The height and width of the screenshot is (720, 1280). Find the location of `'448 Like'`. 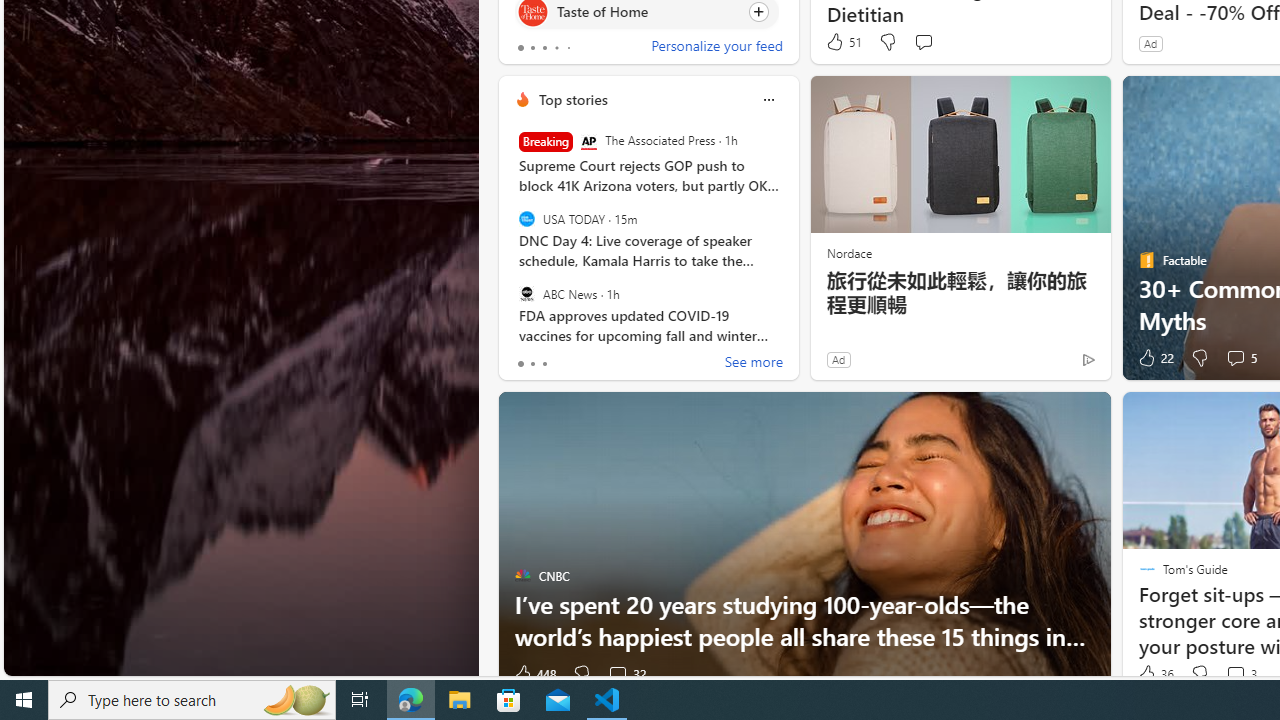

'448 Like' is located at coordinates (534, 674).